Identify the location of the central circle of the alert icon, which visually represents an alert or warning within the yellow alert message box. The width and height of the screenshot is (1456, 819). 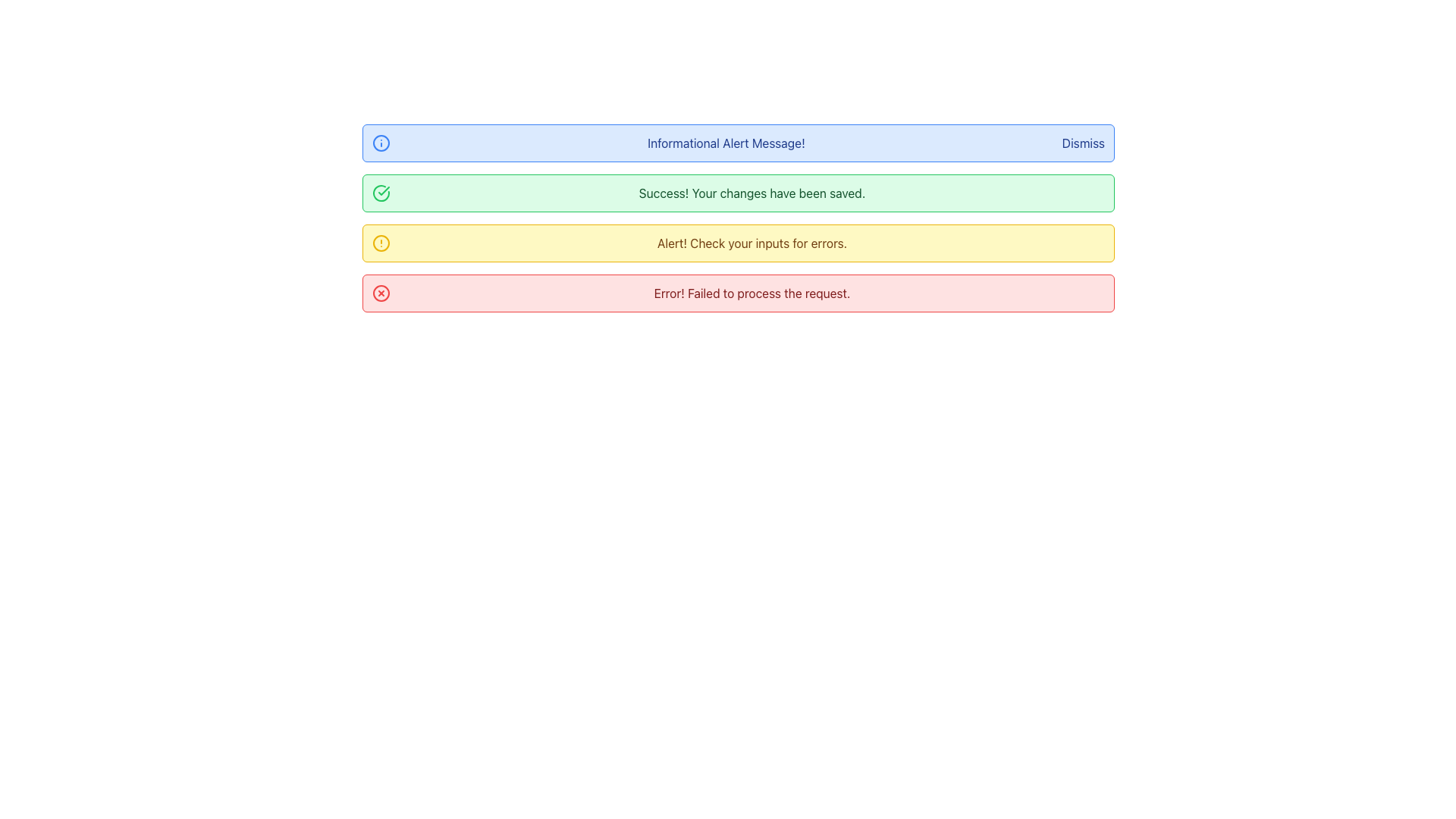
(381, 242).